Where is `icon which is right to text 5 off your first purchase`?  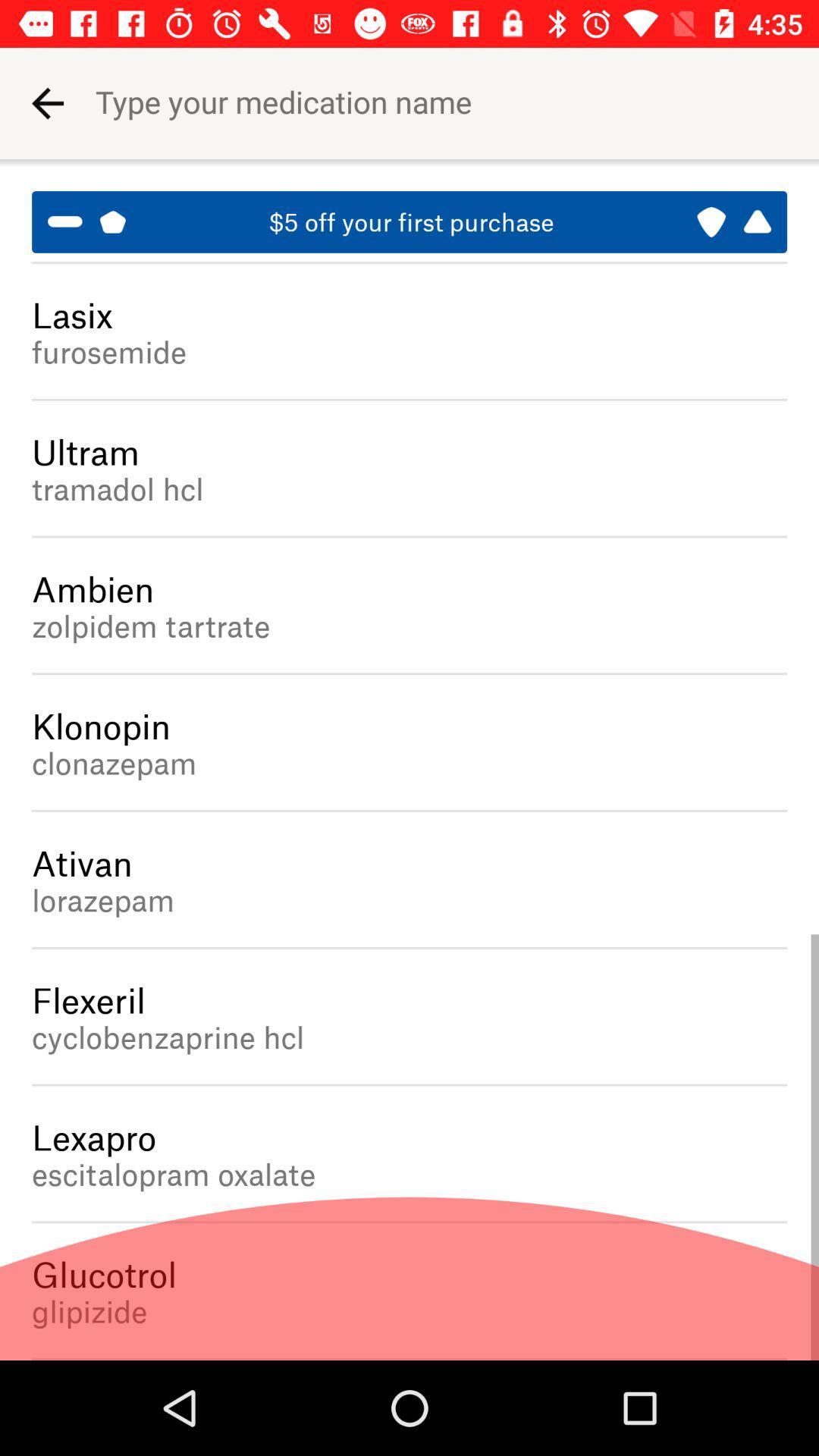 icon which is right to text 5 off your first purchase is located at coordinates (733, 221).